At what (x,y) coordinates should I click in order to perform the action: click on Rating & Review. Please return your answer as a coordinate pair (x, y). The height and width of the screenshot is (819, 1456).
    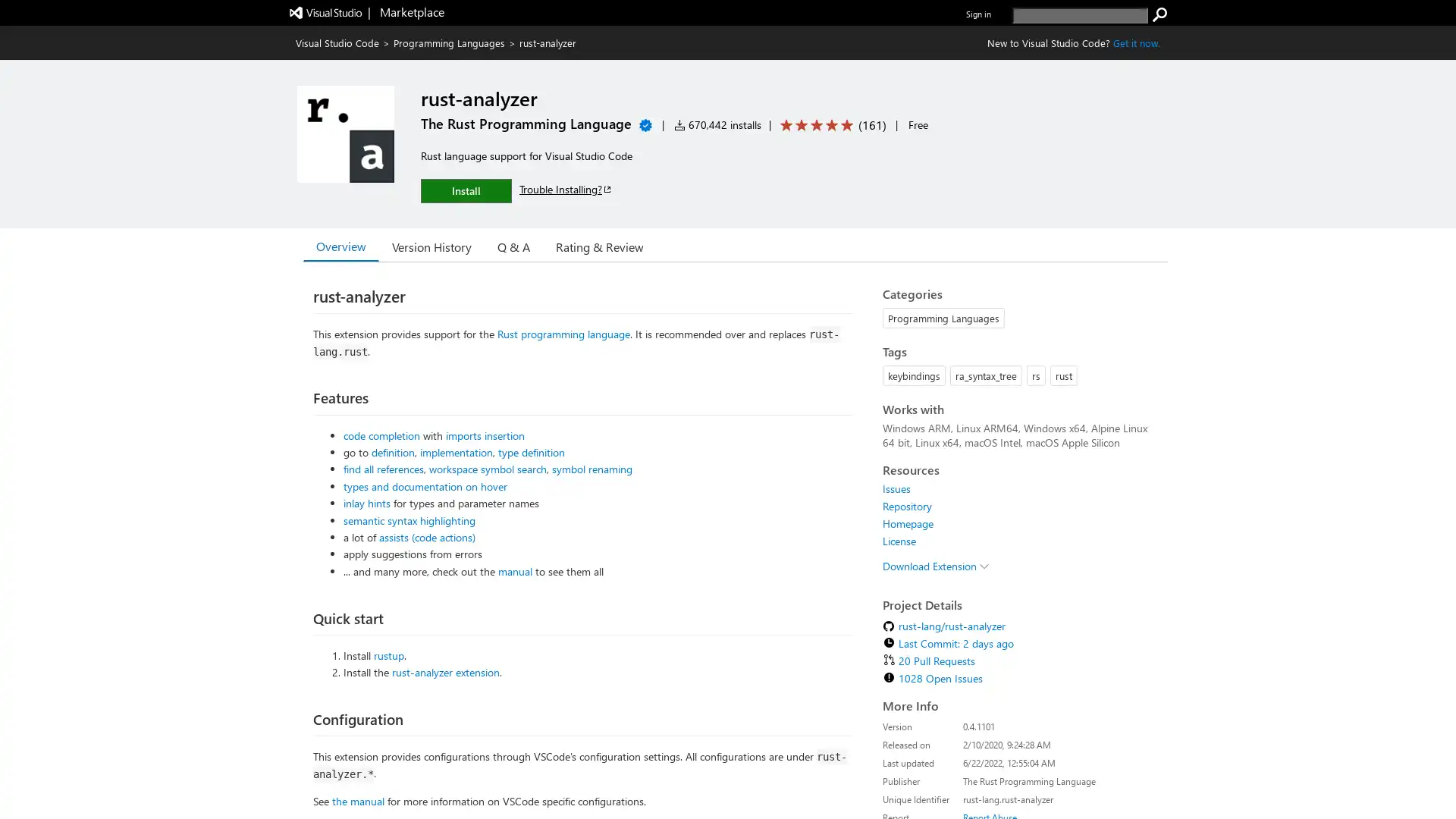
    Looking at the image, I should click on (599, 245).